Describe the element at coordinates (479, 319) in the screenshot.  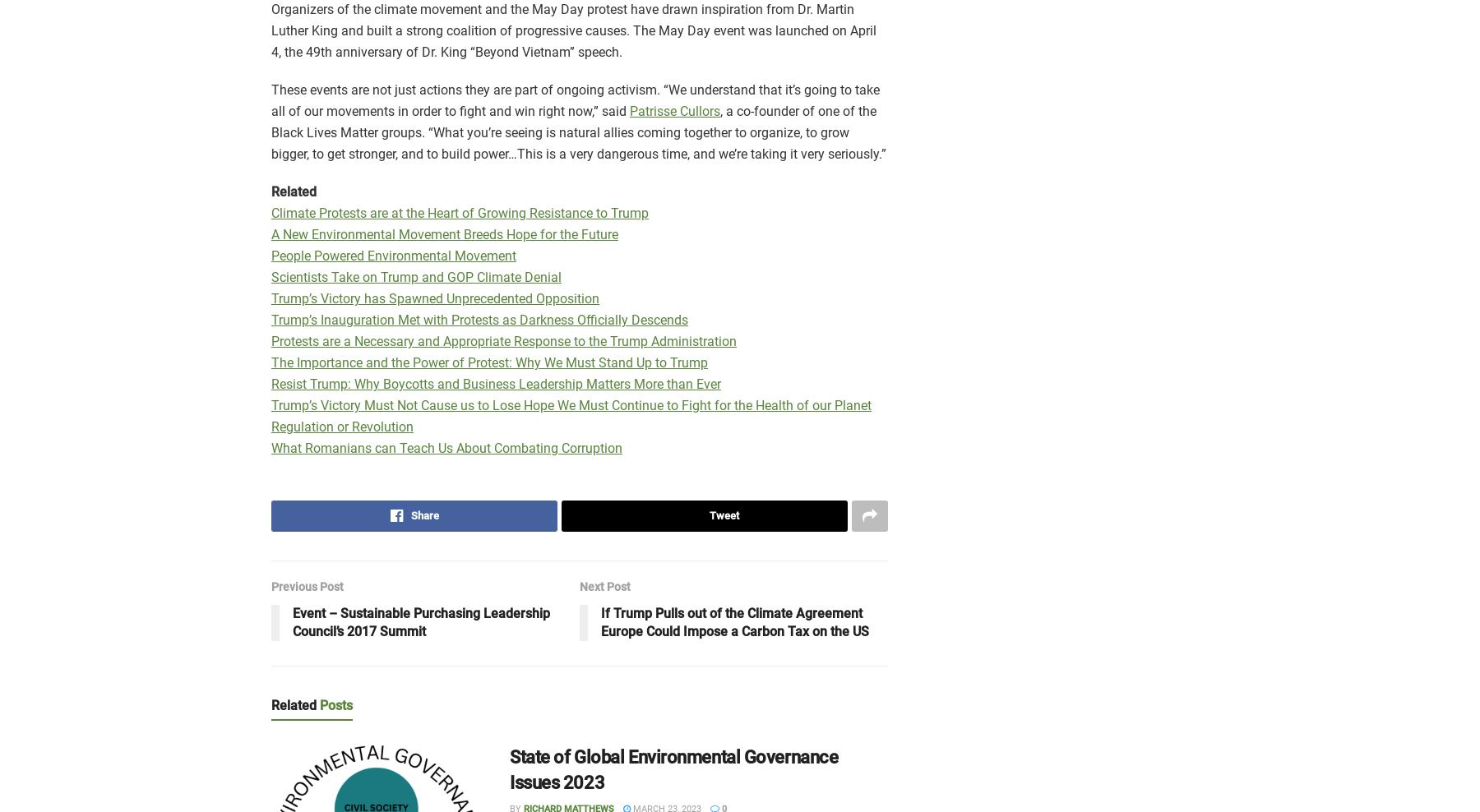
I see `'Trump’s Inauguration Met with Protests as Darkness Officially Descends'` at that location.